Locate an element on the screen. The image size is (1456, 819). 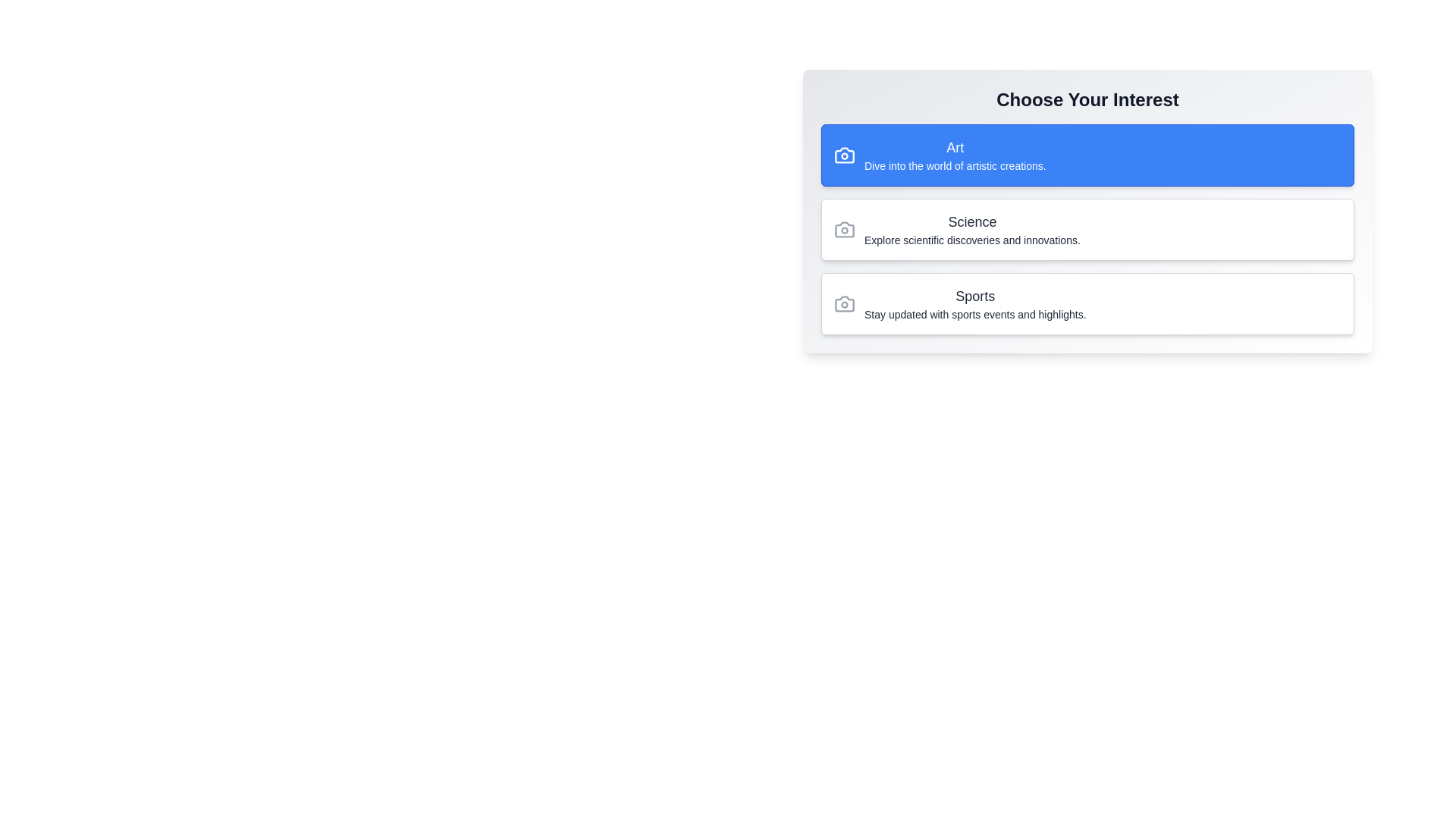
the text label 'Art', which is styled in bold and located at the top of the options list within a blue rectangular section is located at coordinates (954, 148).